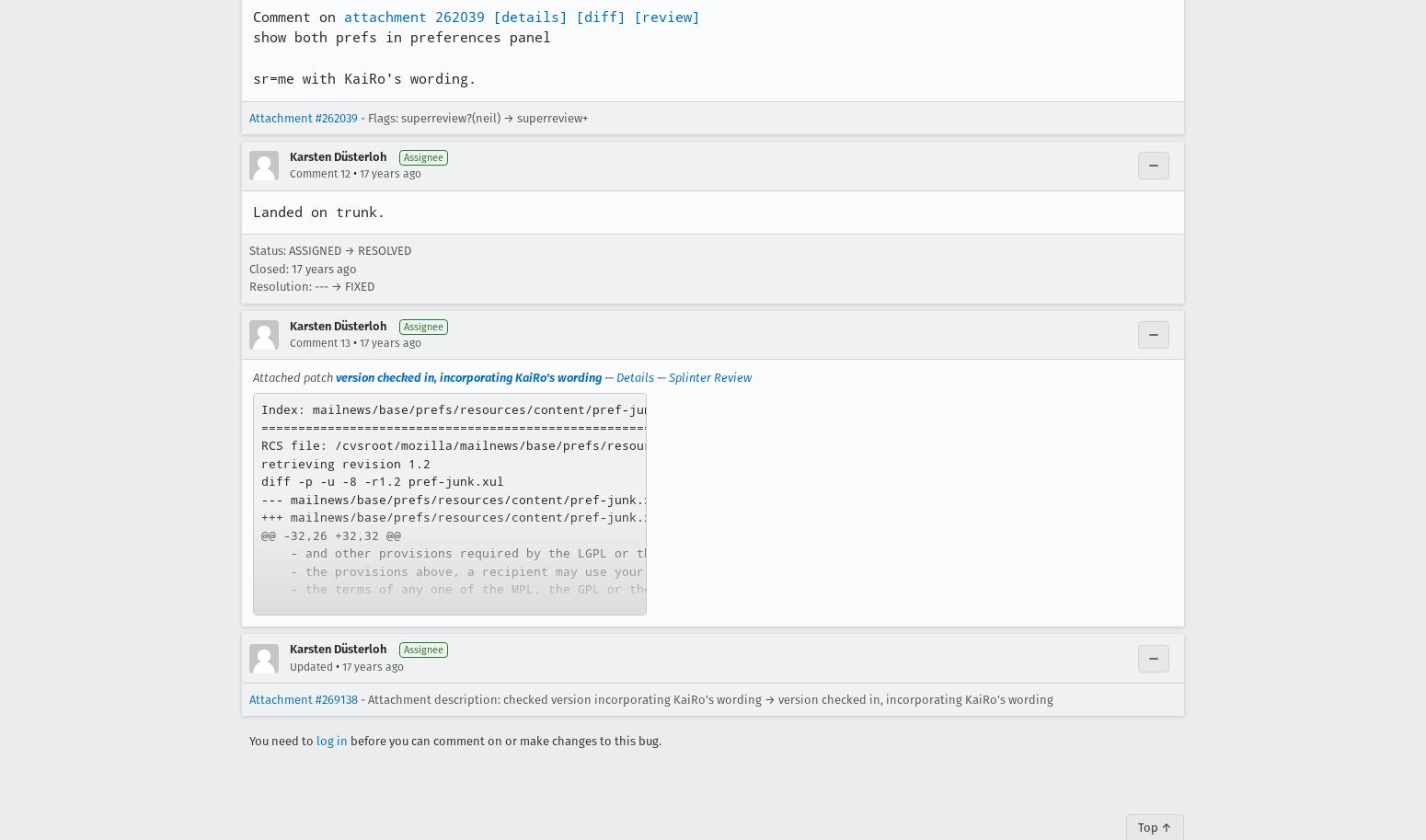 This screenshot has width=1426, height=840. What do you see at coordinates (600, 16) in the screenshot?
I see `'[diff]'` at bounding box center [600, 16].